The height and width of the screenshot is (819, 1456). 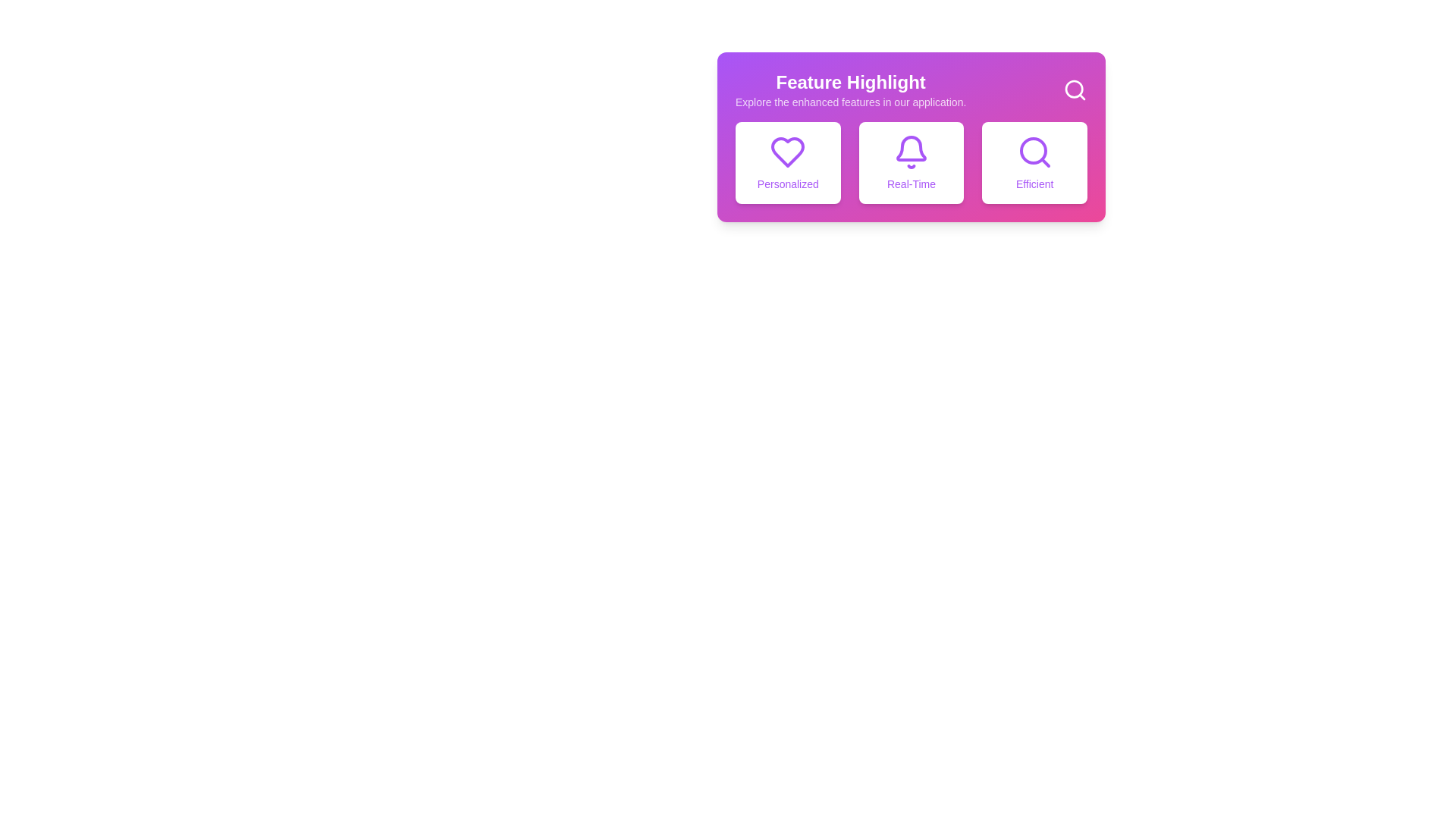 I want to click on the text element stating 'Explore the enhanced features in our application,' which is located below the title 'Feature Highlight' within a gradient purple background, so click(x=851, y=102).